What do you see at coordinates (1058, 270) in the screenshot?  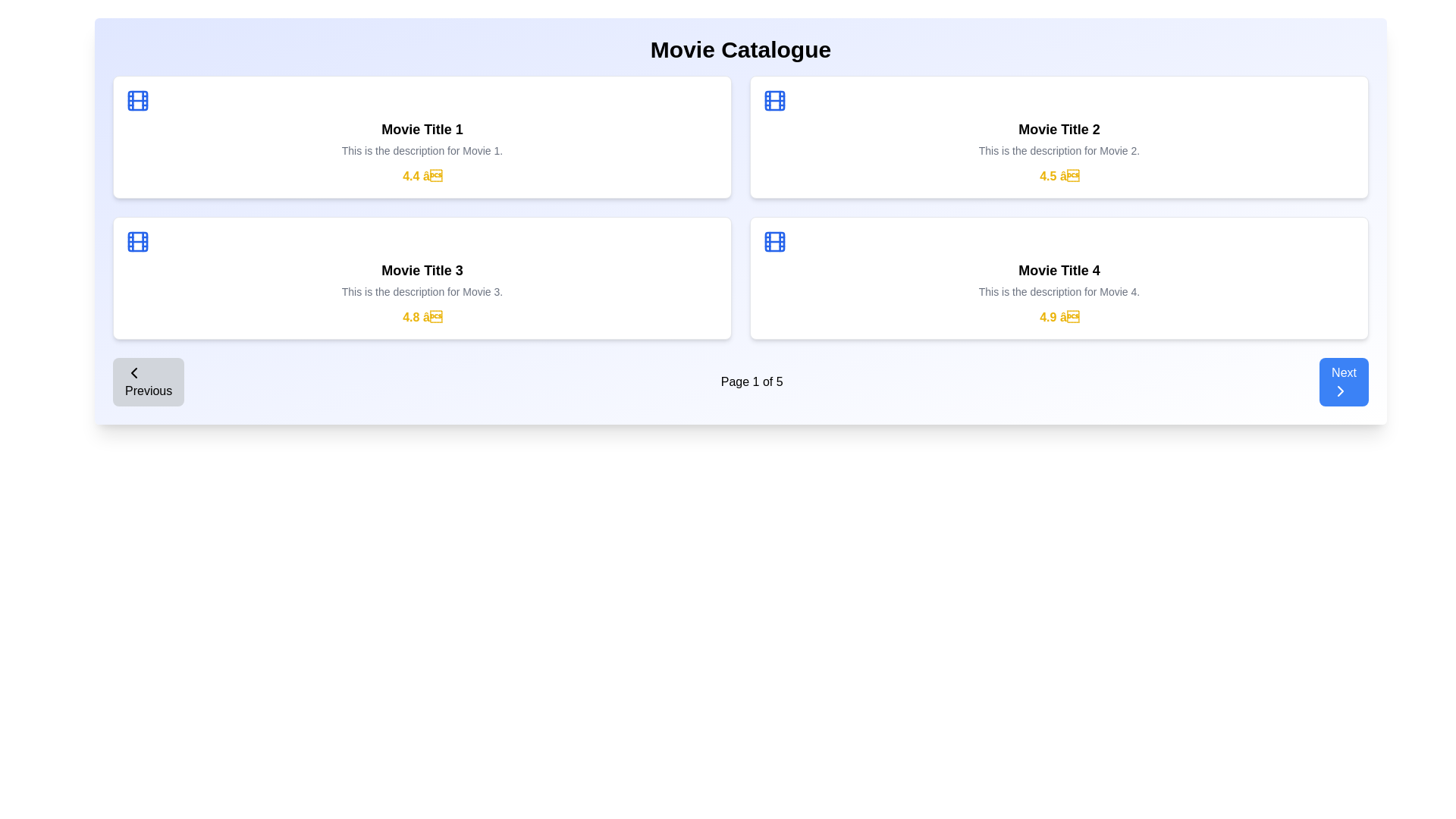 I see `text of the movie title displayed in the second text element of the fourth movie card located in the bottom-right position of the page` at bounding box center [1058, 270].